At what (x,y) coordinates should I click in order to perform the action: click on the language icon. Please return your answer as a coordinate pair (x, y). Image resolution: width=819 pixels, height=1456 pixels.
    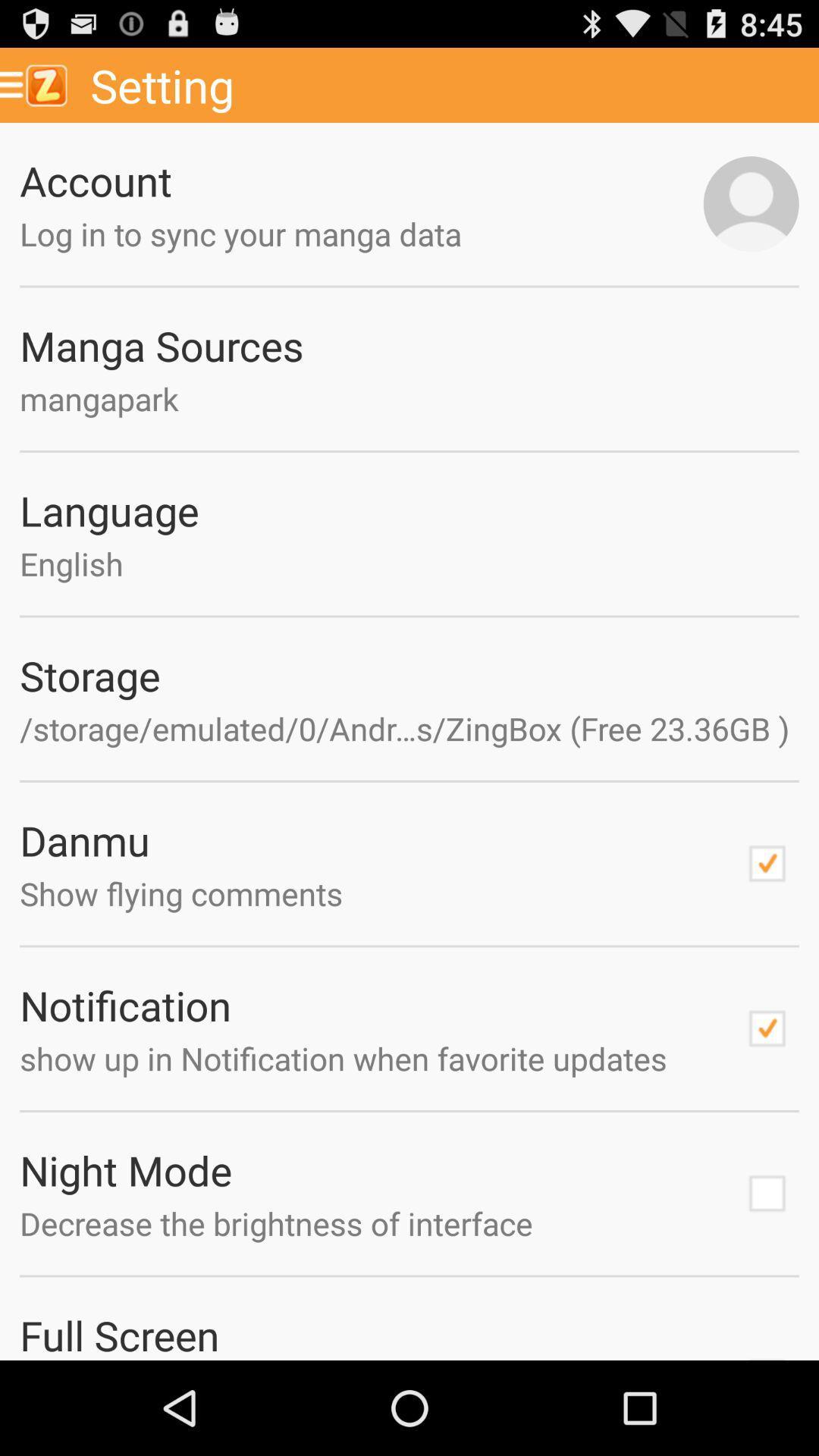
    Looking at the image, I should click on (409, 510).